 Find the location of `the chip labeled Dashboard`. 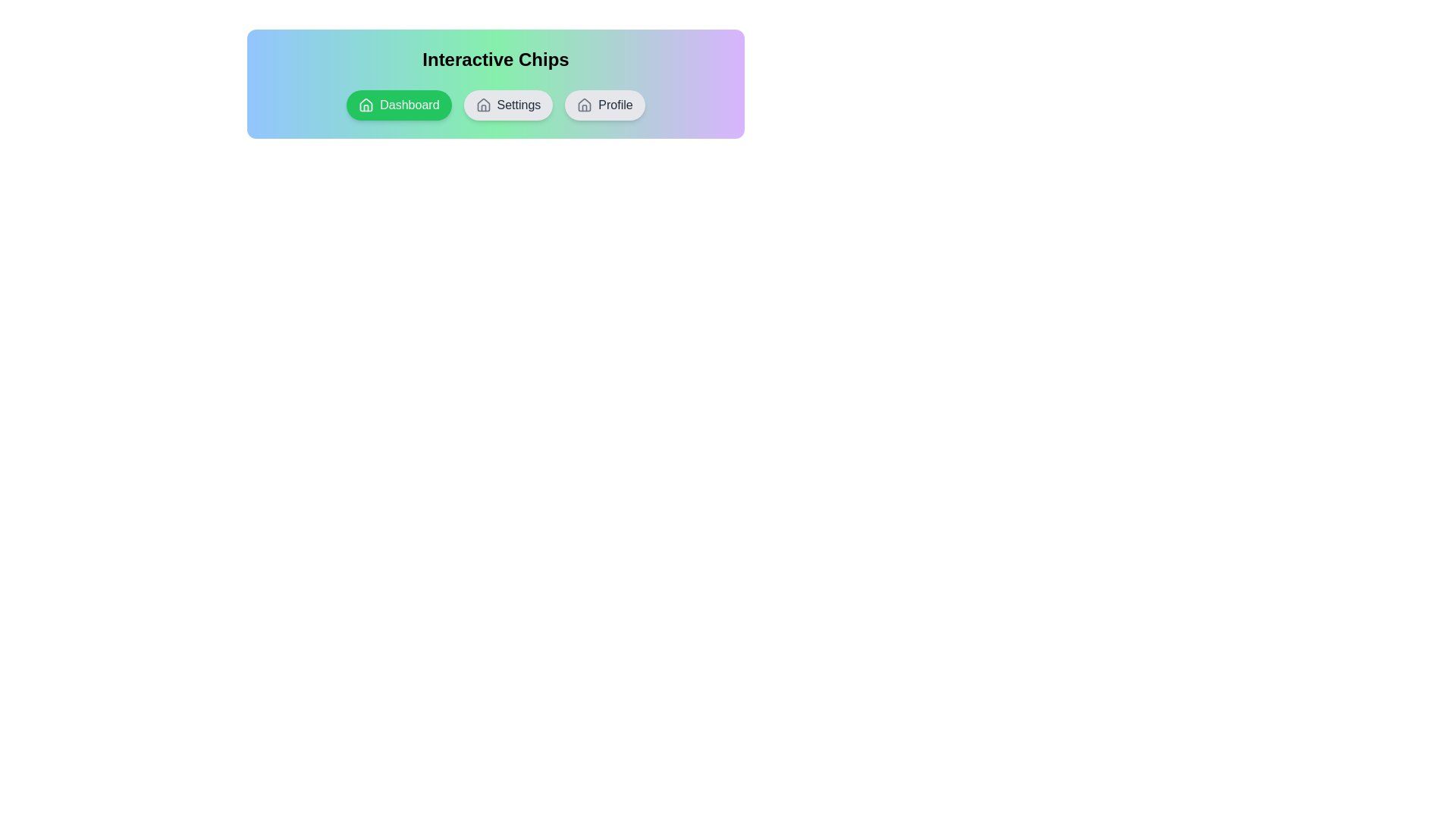

the chip labeled Dashboard is located at coordinates (399, 104).